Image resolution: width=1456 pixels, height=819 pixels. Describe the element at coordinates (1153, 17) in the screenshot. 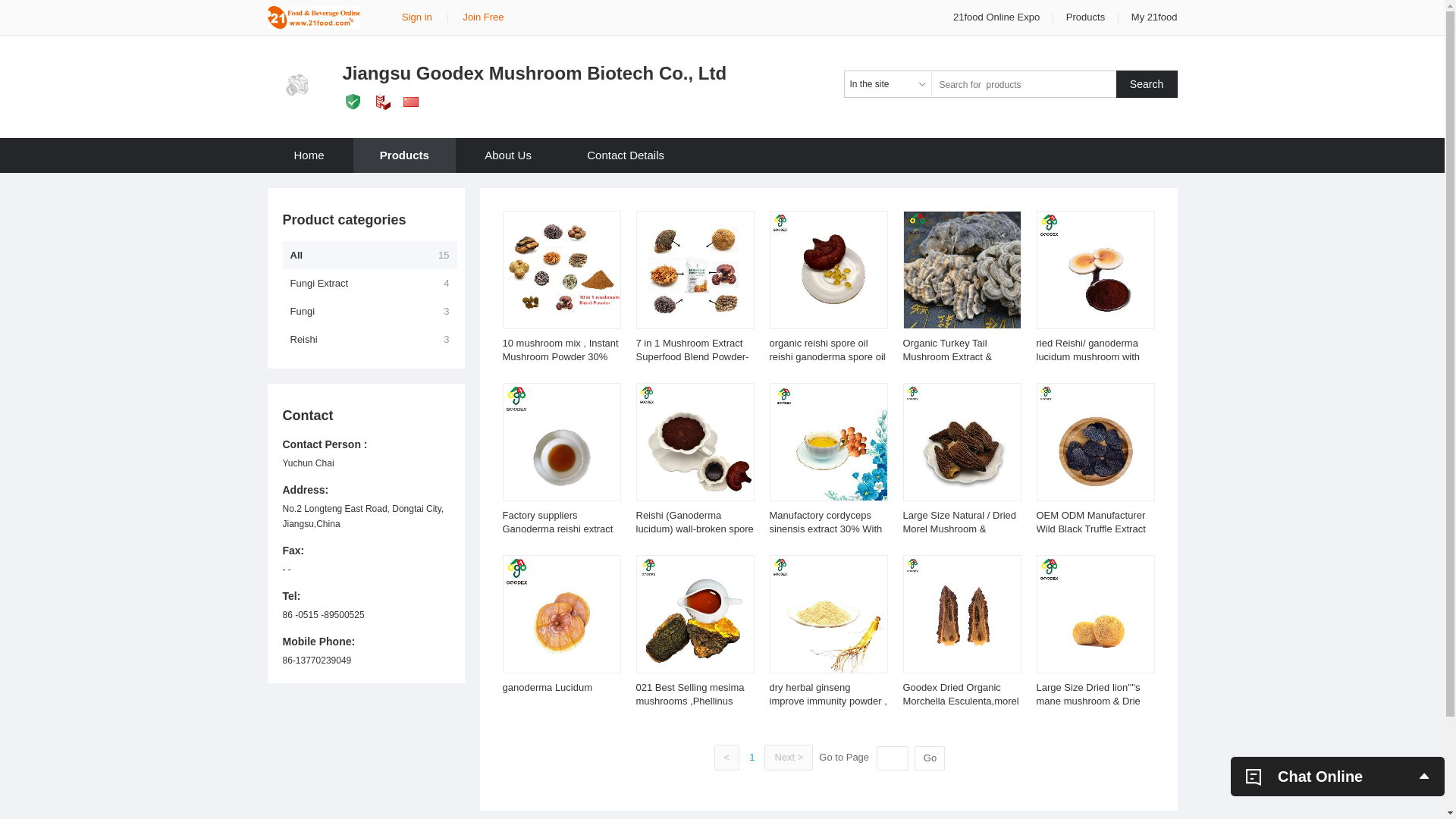

I see `'My 21food'` at that location.